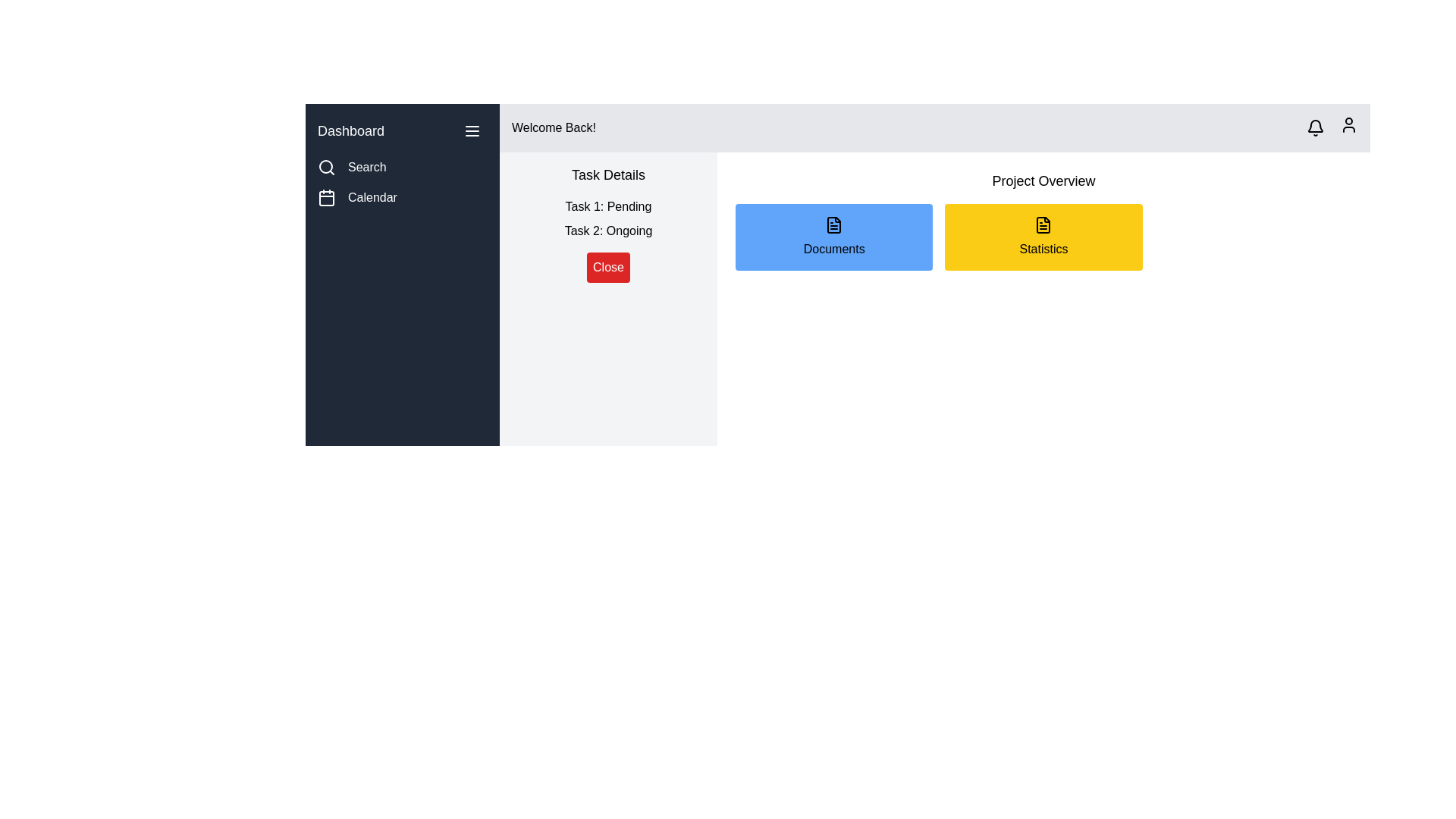  I want to click on the 'Close' button, which is a rectangular red button with white text, located at the bottom of the 'Task Details' section, so click(608, 267).